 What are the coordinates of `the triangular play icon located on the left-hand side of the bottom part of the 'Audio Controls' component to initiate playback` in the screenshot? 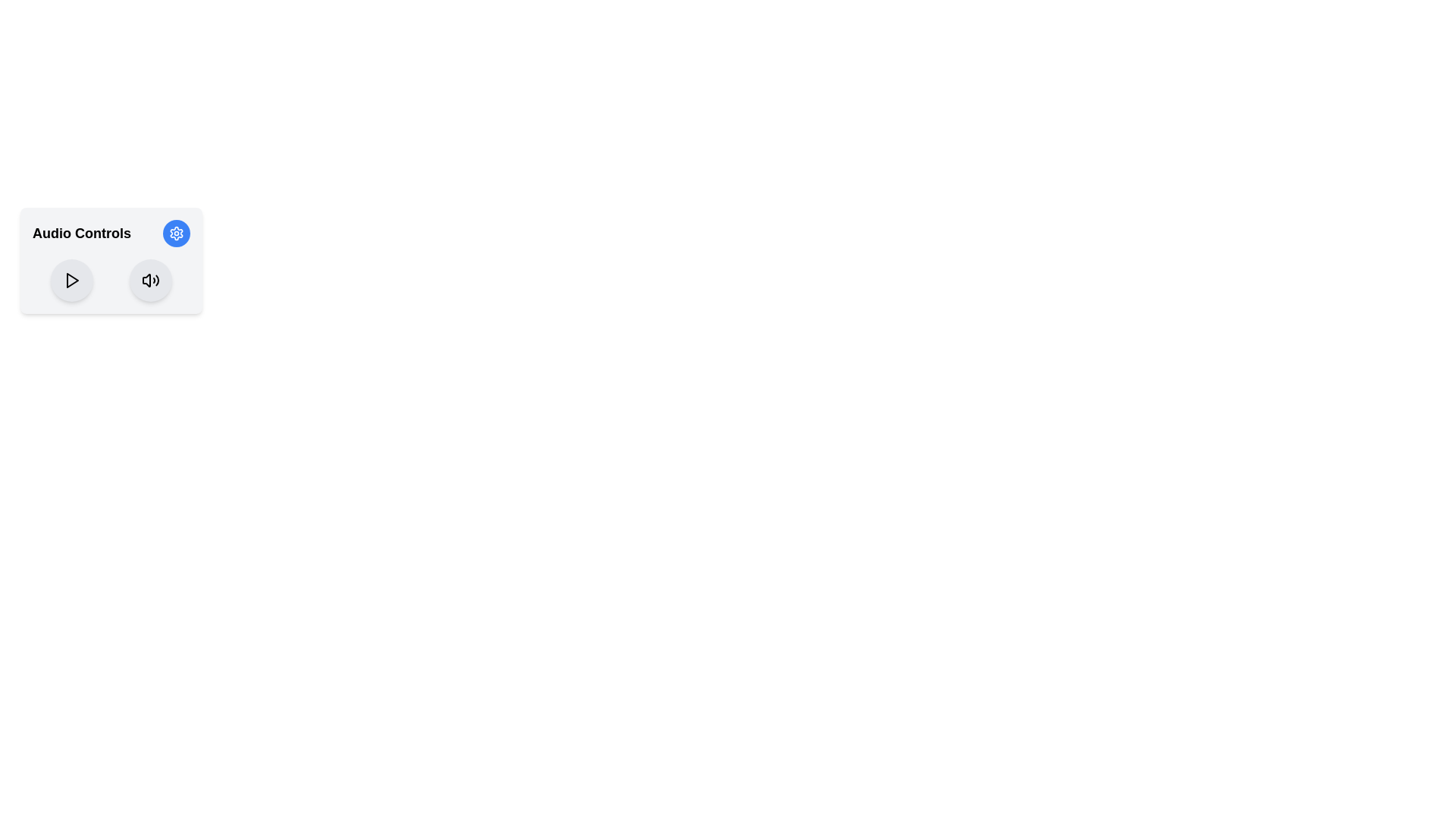 It's located at (72, 281).